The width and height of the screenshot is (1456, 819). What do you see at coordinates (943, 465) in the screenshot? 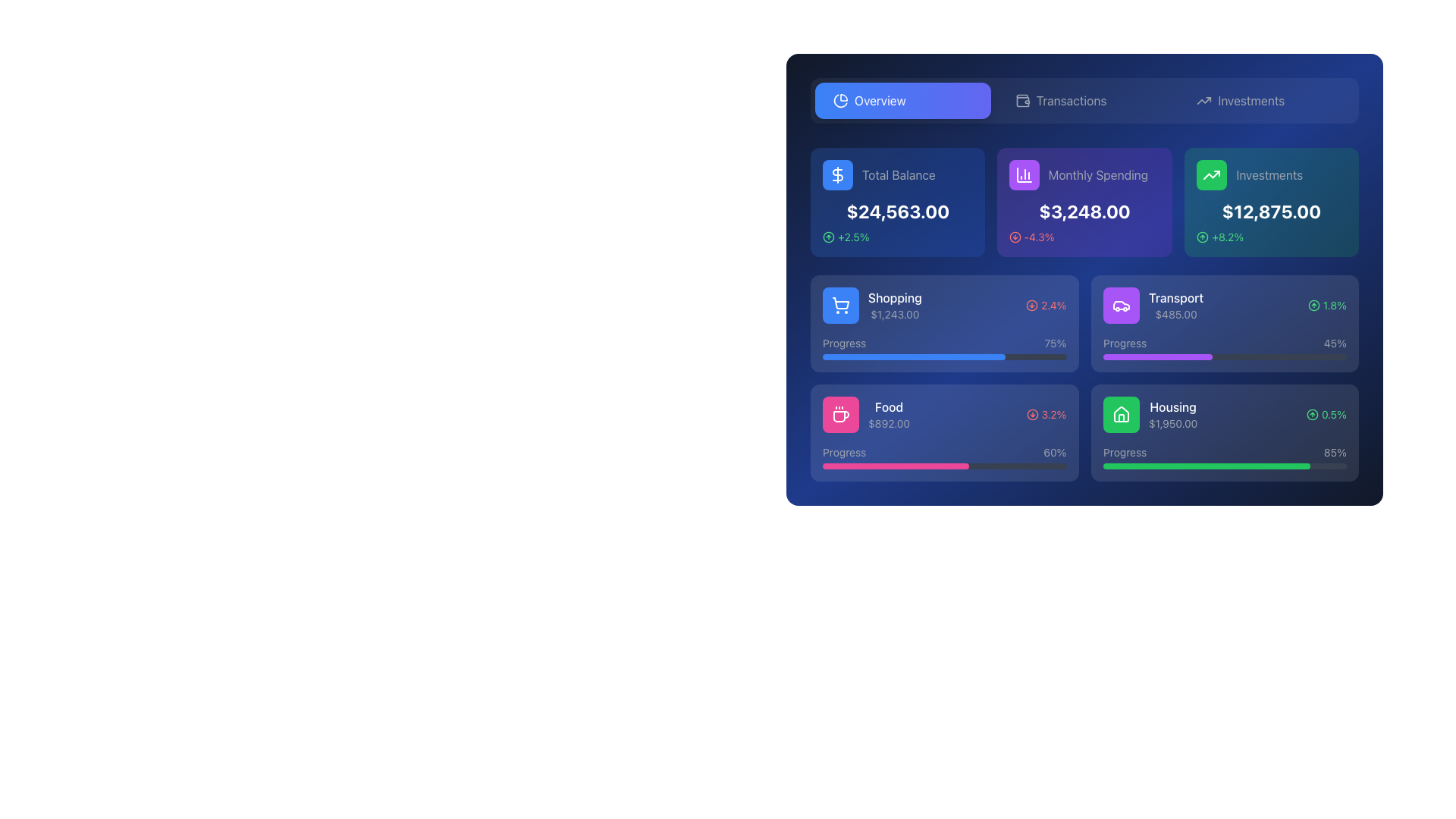
I see `the horizontal progress bar with a pink filled section indicating 60% progress, which is located within the 'Food $892.00' card, below the 'Progress' label` at bounding box center [943, 465].